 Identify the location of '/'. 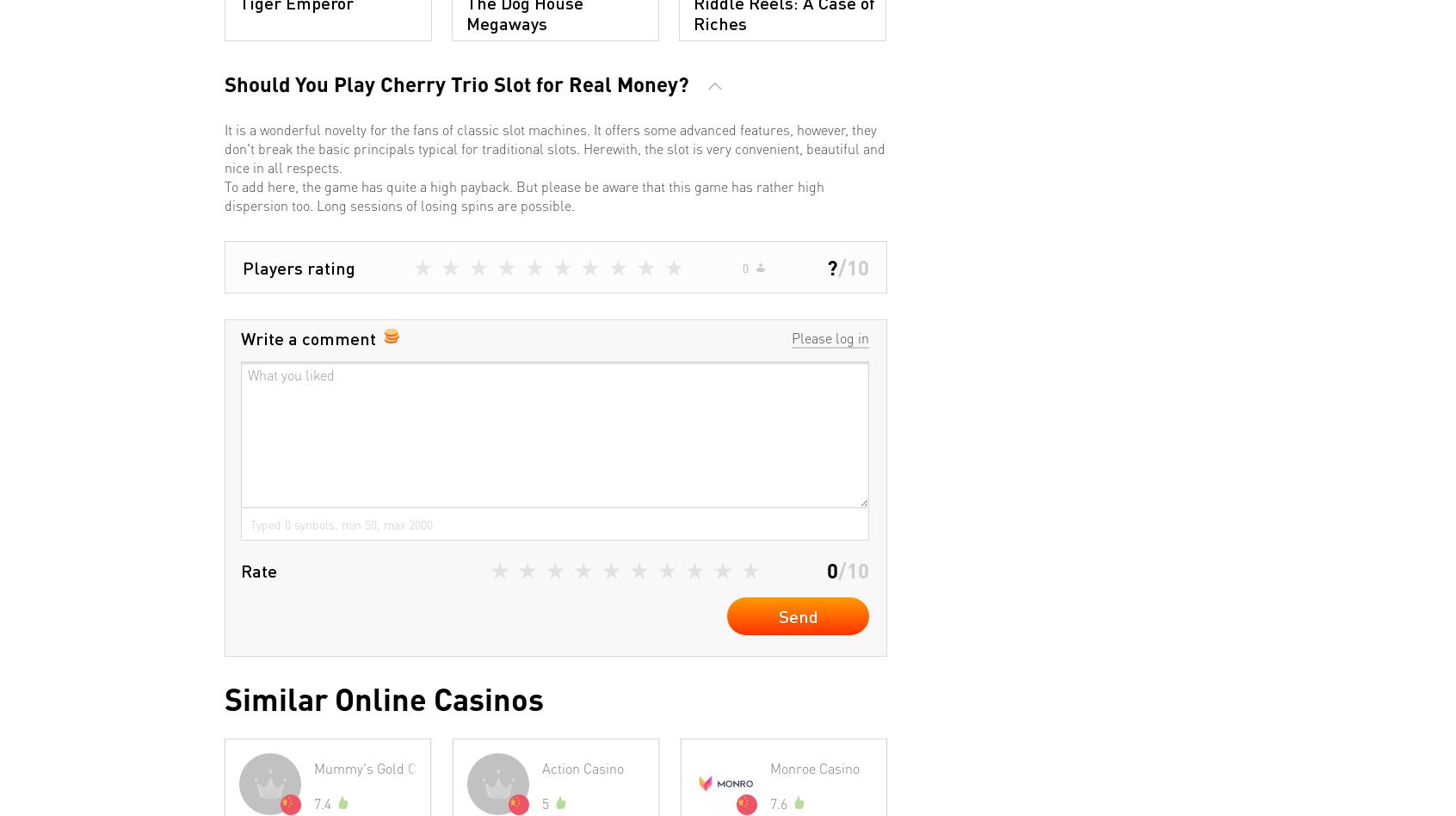
(841, 266).